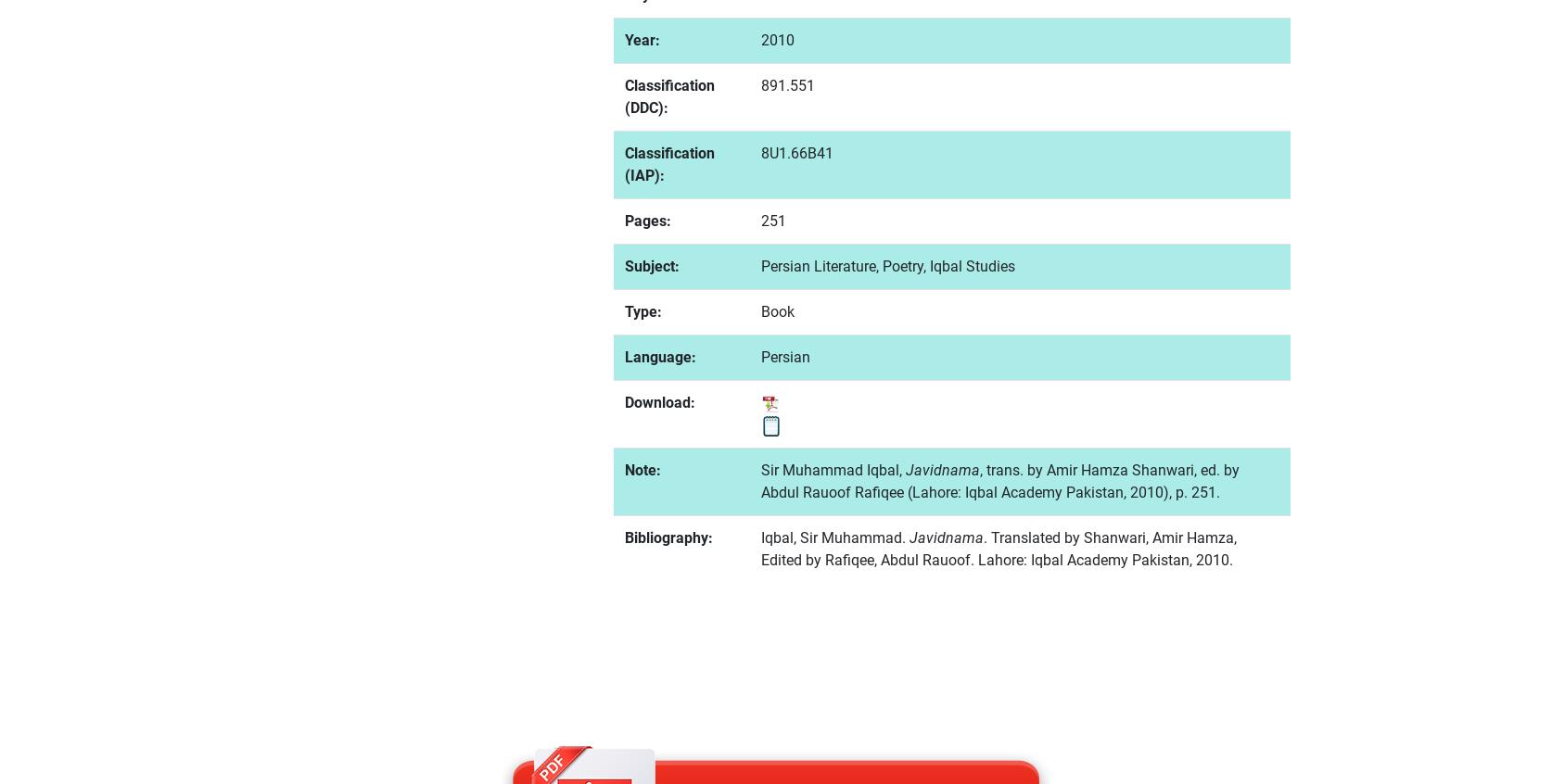  Describe the element at coordinates (624, 162) in the screenshot. I see `'Classification (IAP):'` at that location.